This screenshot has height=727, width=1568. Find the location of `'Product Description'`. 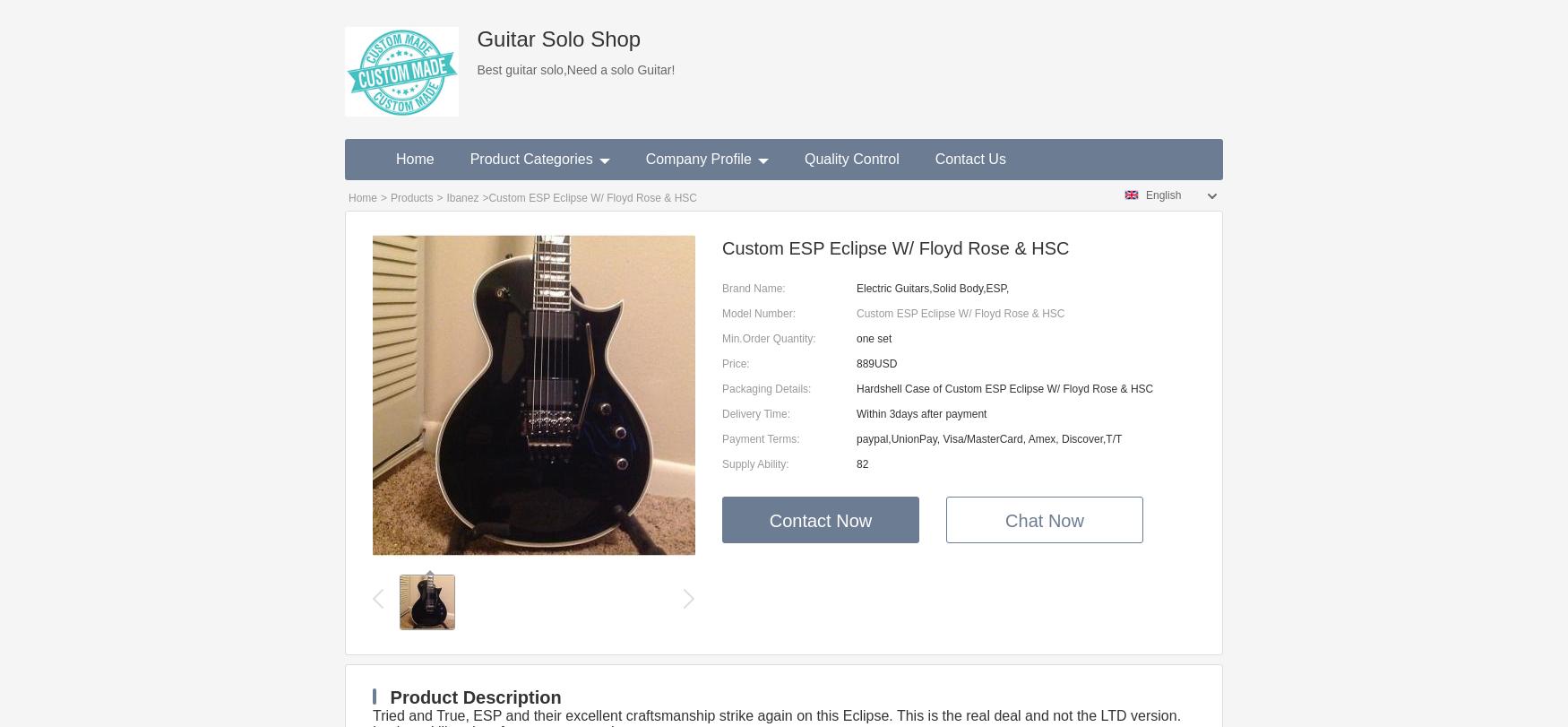

'Product Description' is located at coordinates (471, 696).